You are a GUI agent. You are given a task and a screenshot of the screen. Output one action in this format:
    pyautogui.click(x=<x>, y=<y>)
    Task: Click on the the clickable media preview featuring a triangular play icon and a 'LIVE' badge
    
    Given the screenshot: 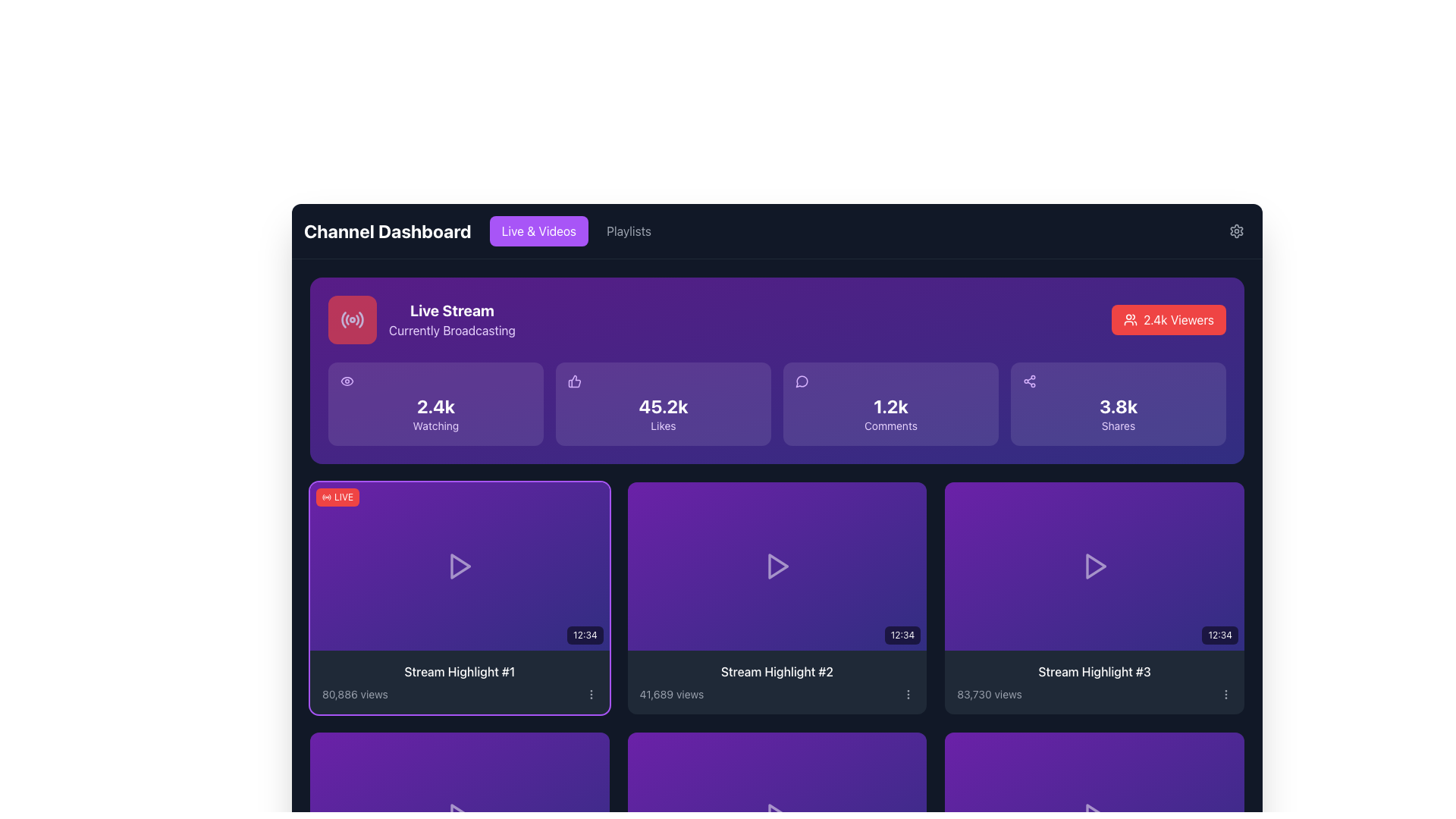 What is the action you would take?
    pyautogui.click(x=458, y=565)
    